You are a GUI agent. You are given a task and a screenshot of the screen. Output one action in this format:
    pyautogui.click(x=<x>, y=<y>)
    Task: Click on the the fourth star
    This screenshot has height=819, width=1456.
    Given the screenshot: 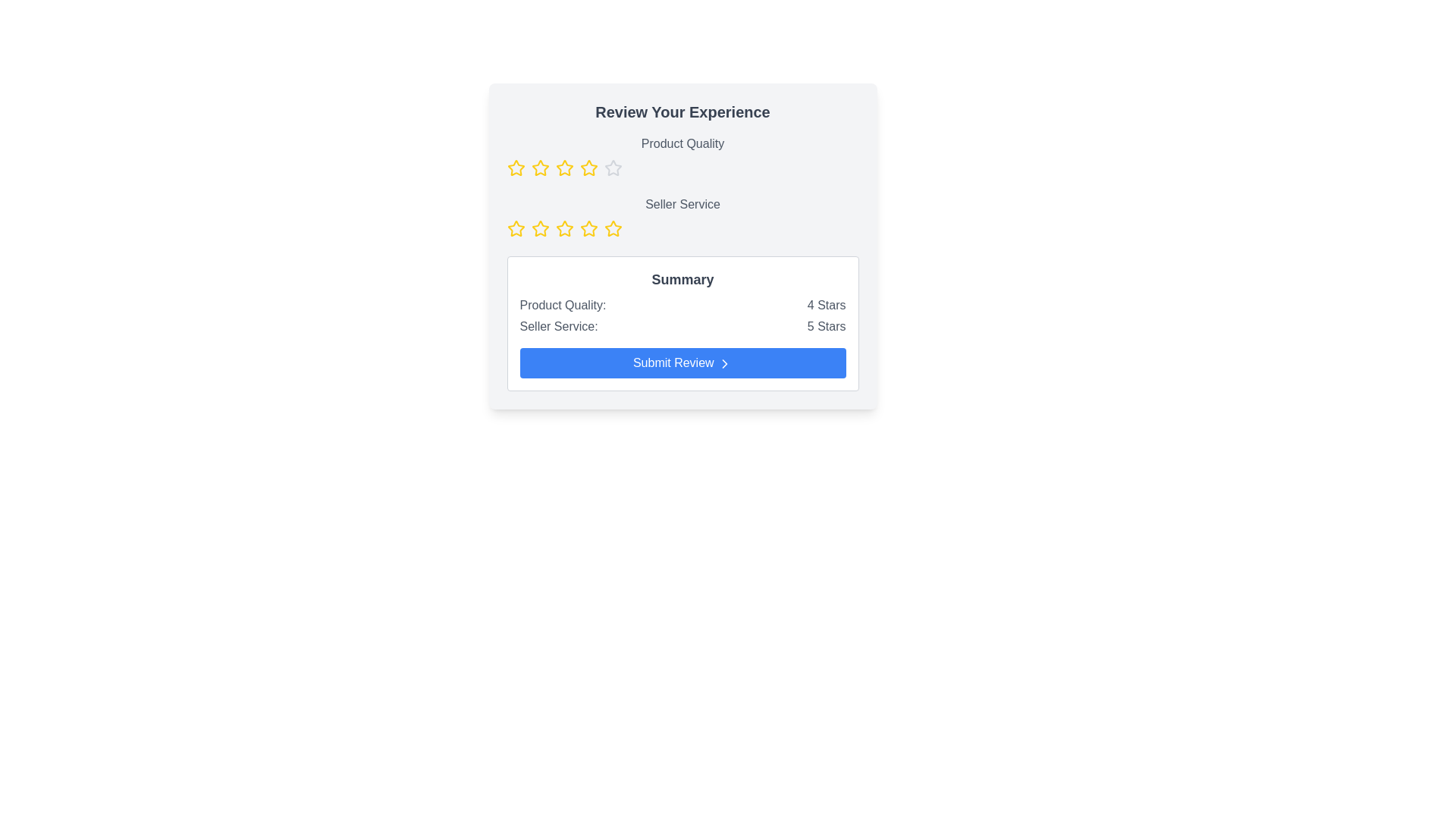 What is the action you would take?
    pyautogui.click(x=613, y=168)
    